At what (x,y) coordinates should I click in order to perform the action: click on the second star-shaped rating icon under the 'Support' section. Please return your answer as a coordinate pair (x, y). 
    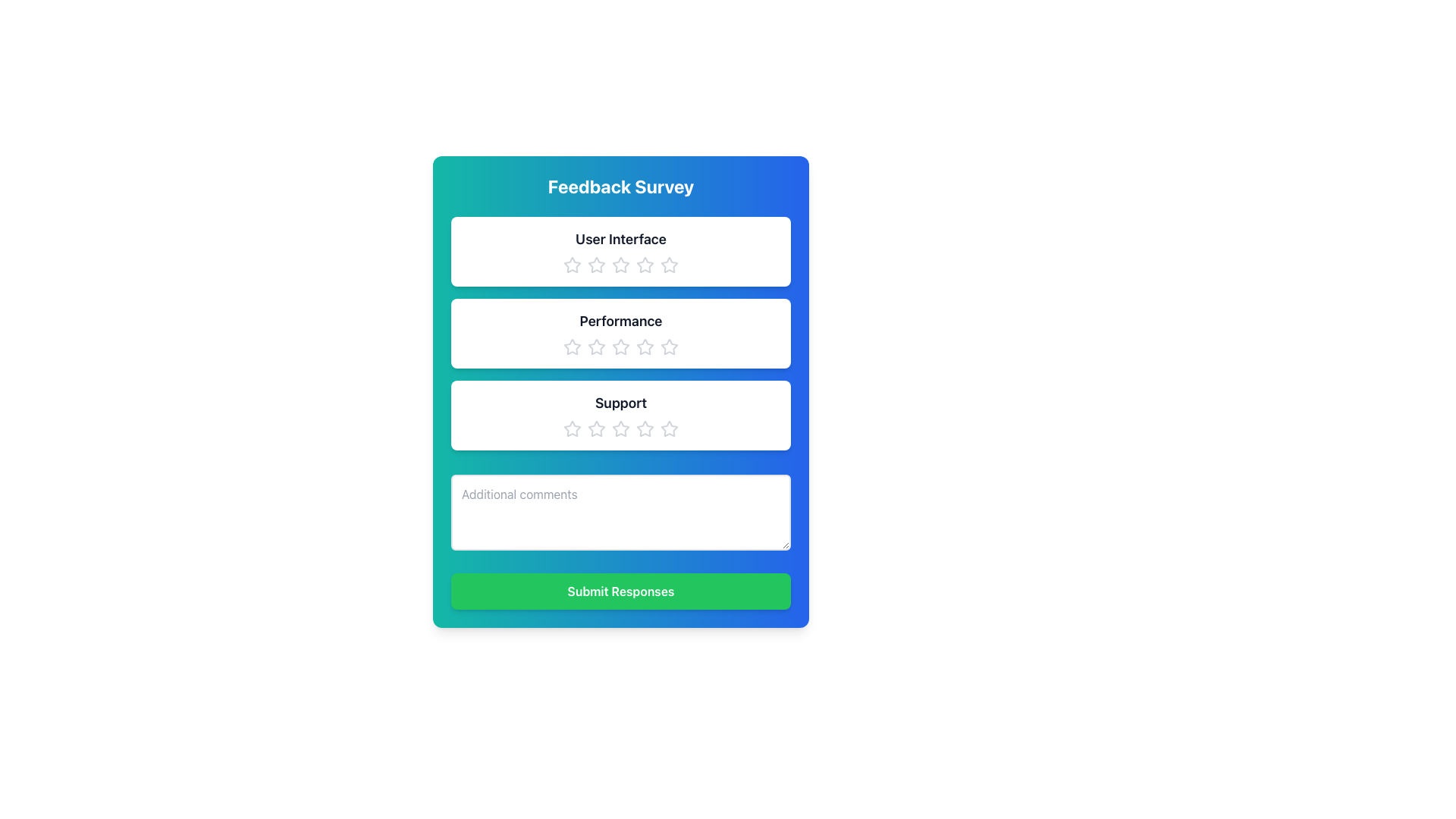
    Looking at the image, I should click on (571, 429).